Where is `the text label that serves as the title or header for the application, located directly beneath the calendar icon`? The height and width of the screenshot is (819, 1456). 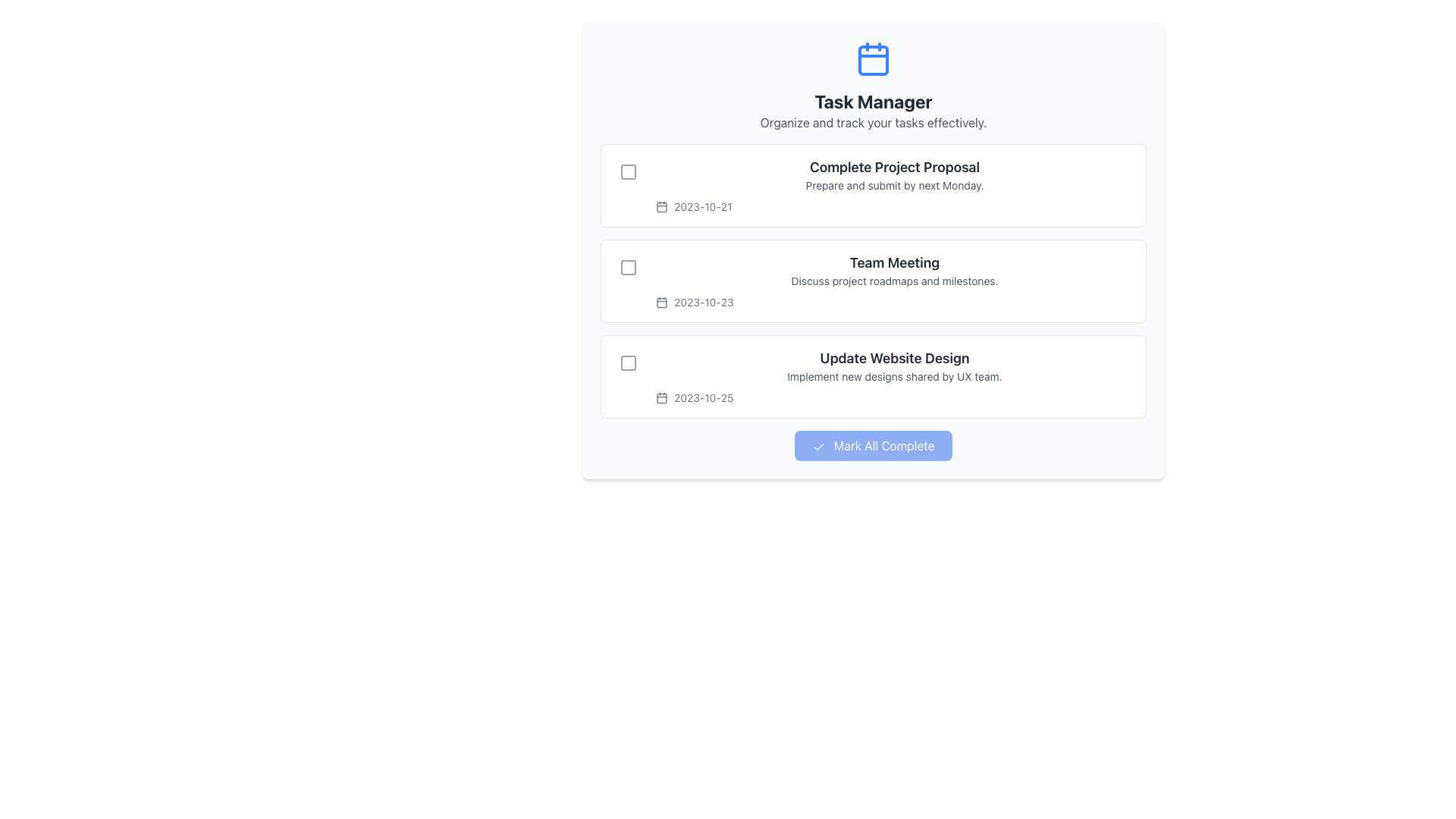
the text label that serves as the title or header for the application, located directly beneath the calendar icon is located at coordinates (874, 102).